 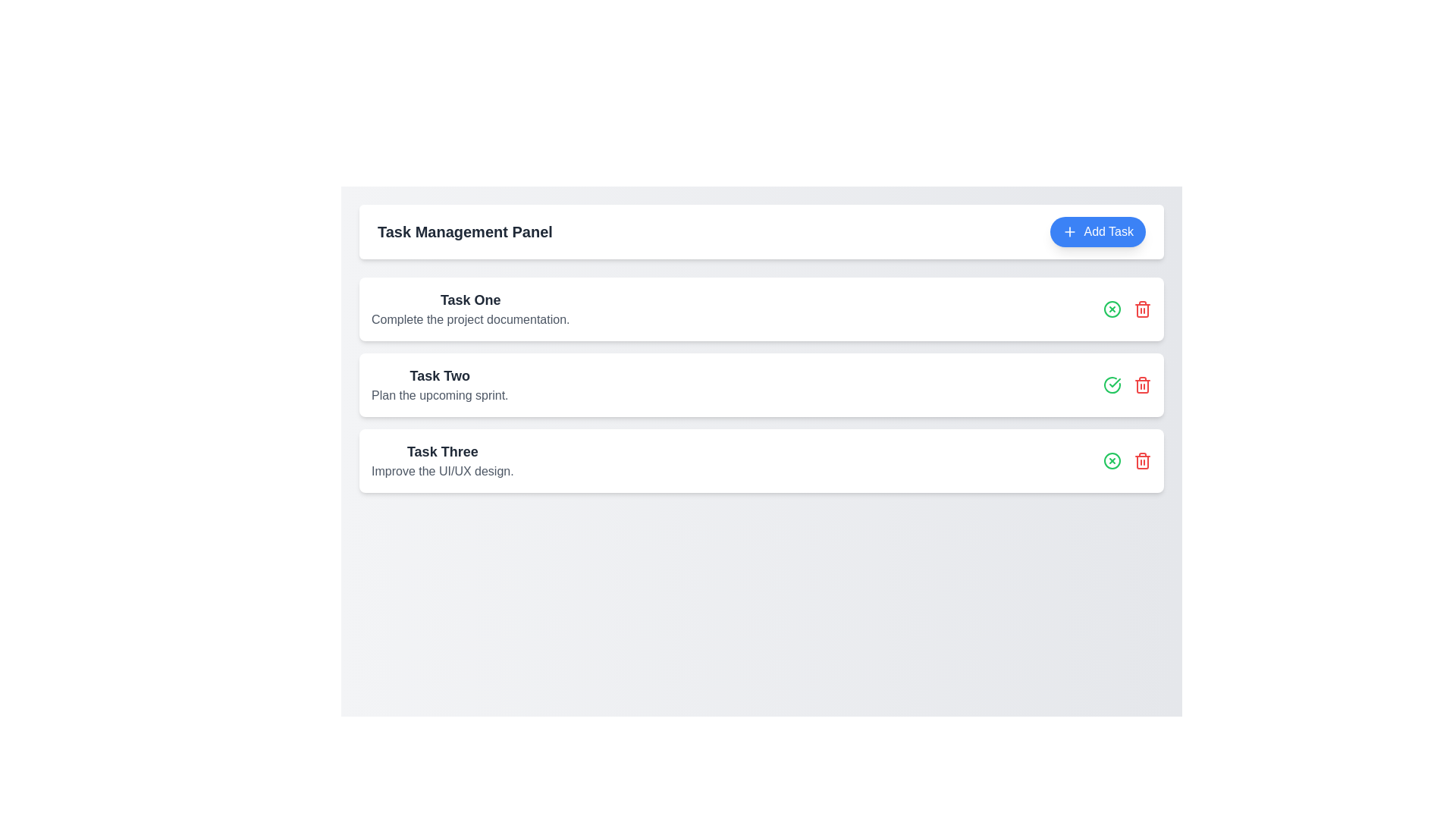 What do you see at coordinates (1143, 309) in the screenshot?
I see `the interactive delete/trash icon located on the right side of the second task card in the task list` at bounding box center [1143, 309].